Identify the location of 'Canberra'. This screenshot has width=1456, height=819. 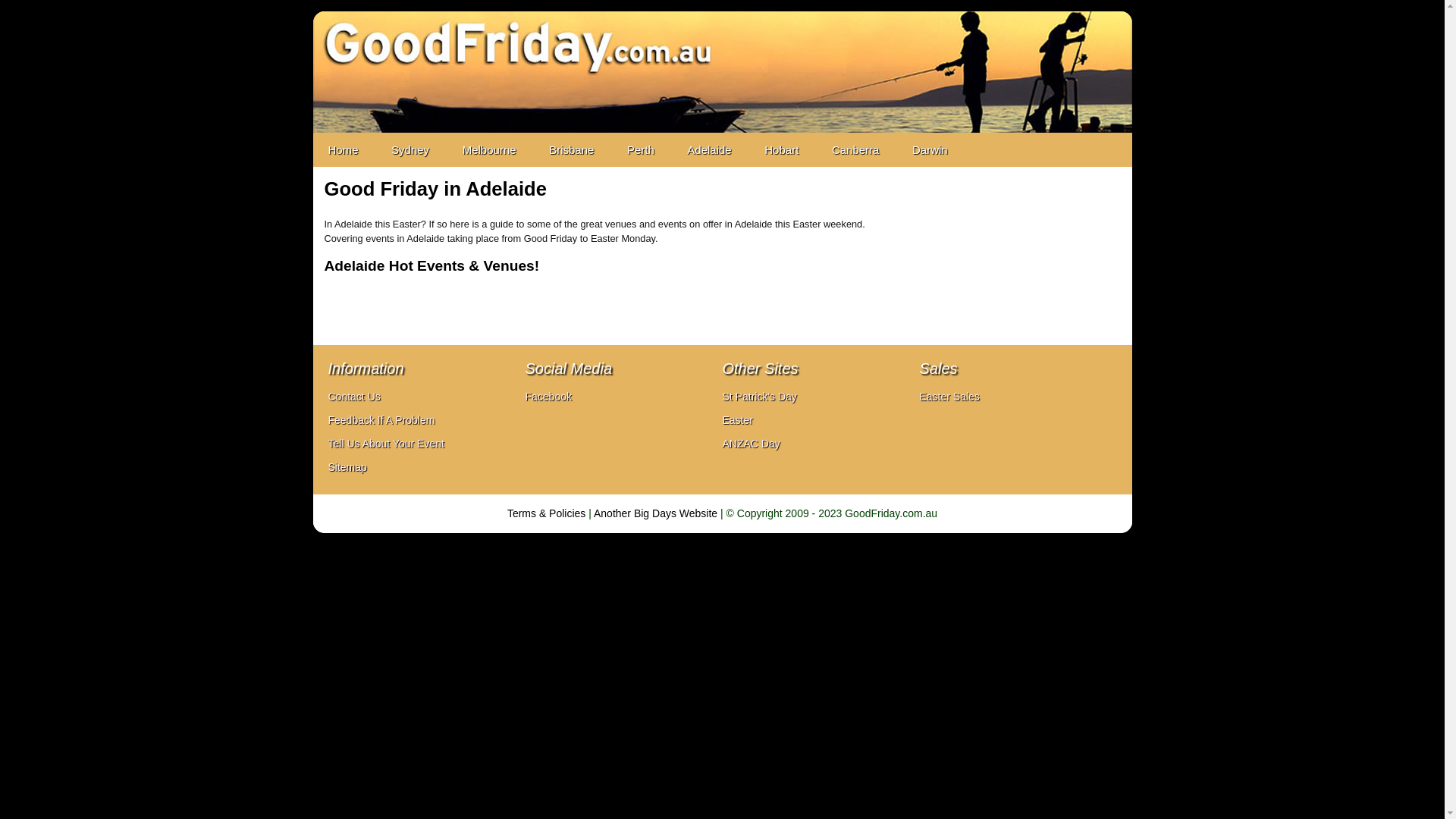
(815, 149).